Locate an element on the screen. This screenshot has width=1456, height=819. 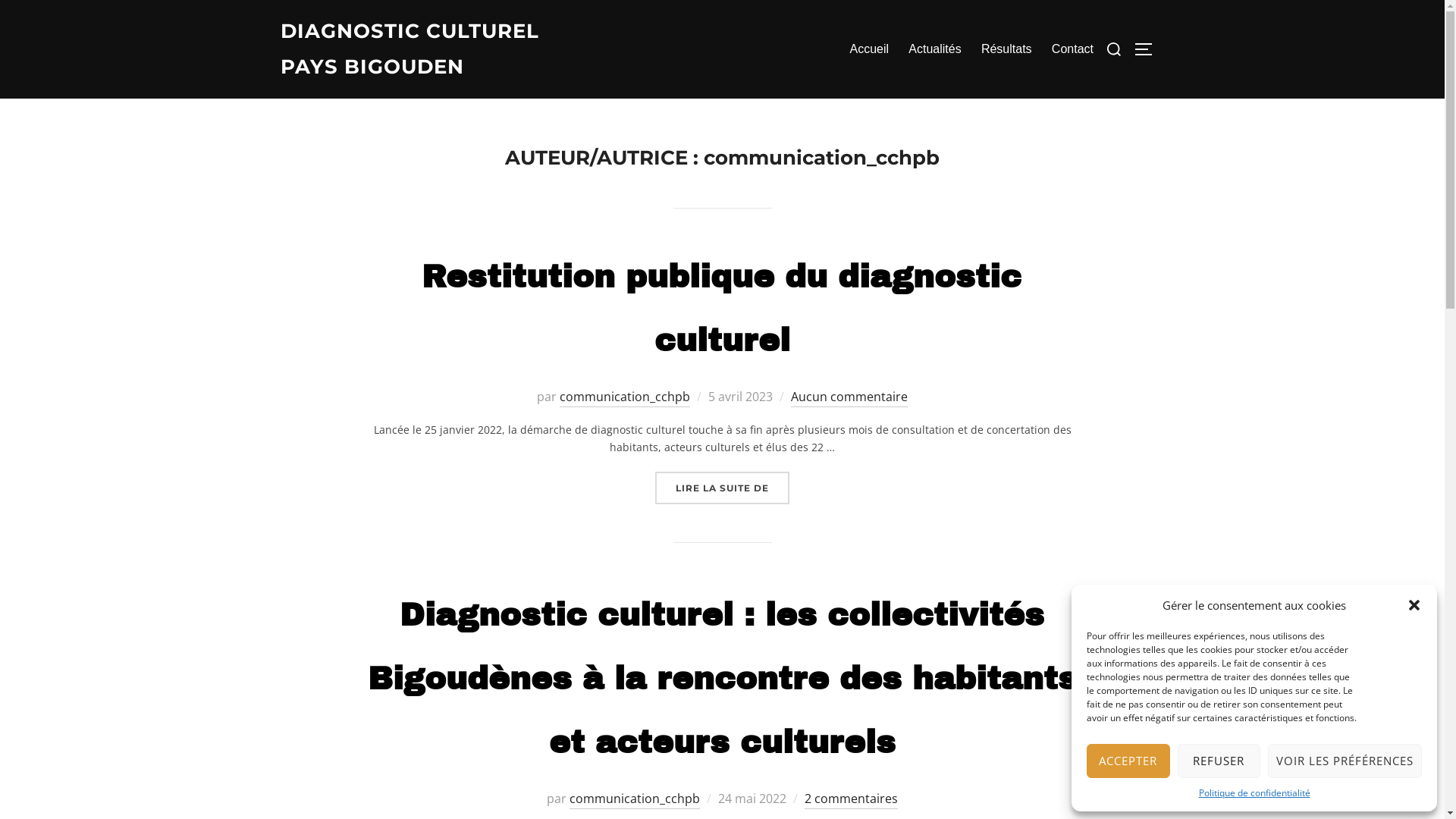
'Aucun commentaire' is located at coordinates (848, 397).